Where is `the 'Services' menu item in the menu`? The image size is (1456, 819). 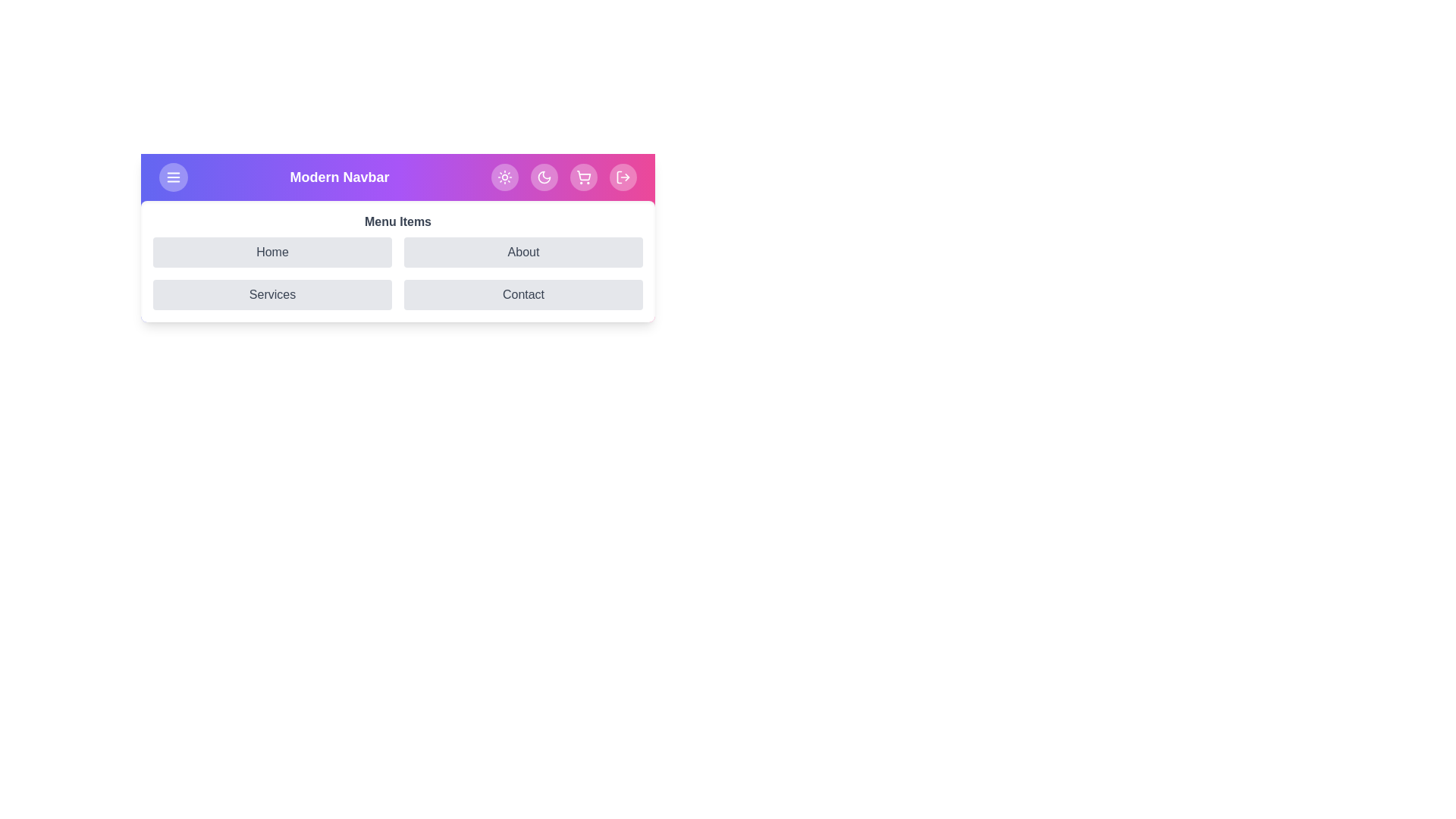 the 'Services' menu item in the menu is located at coordinates (272, 295).